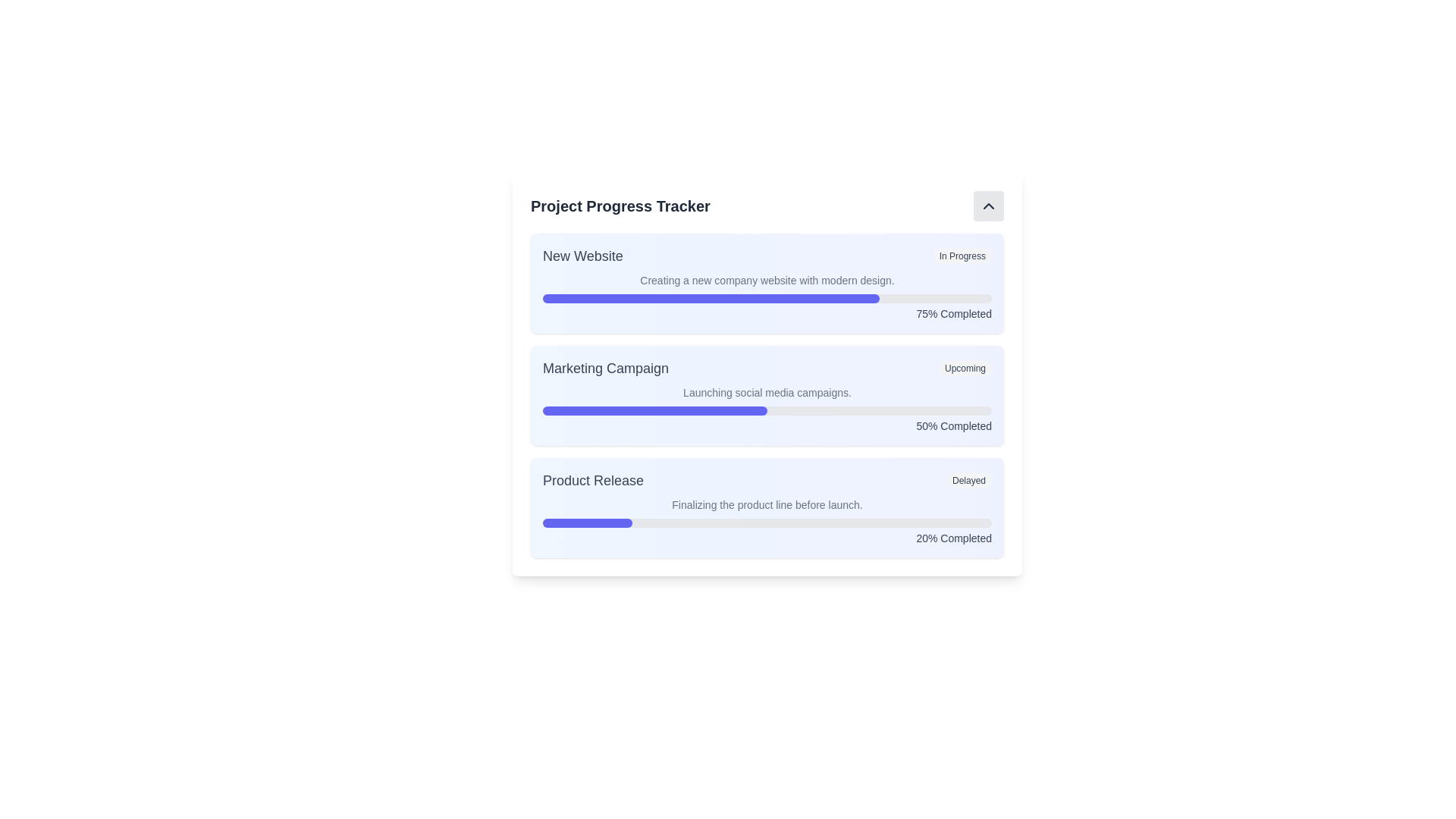 This screenshot has height=819, width=1456. I want to click on the progress bar on the 'Marketing Campaign' card, which is the second card in the 'Project Progress Tracker' section, displaying the progress of 50% completed, so click(767, 394).